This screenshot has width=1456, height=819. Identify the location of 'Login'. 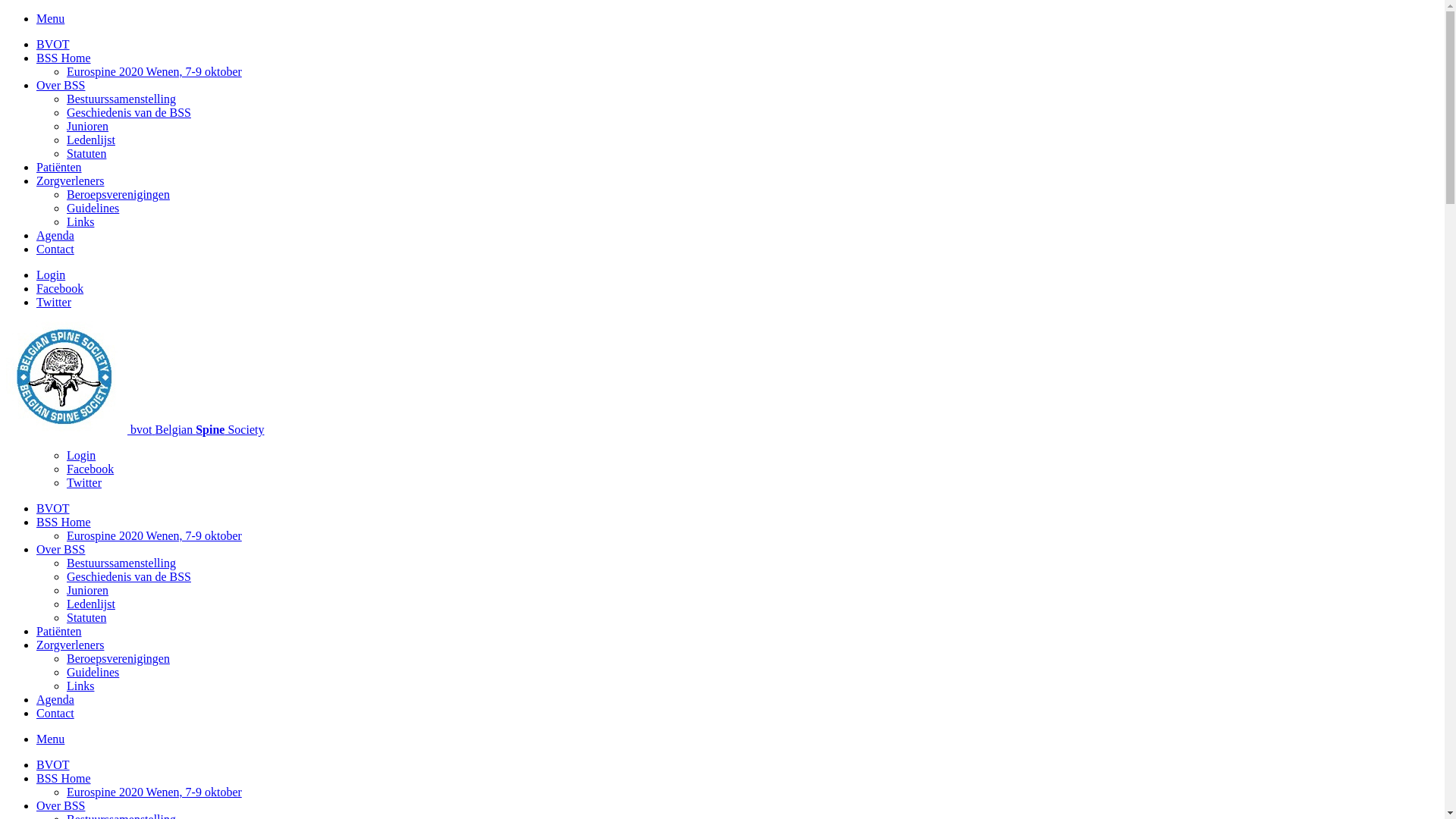
(51, 275).